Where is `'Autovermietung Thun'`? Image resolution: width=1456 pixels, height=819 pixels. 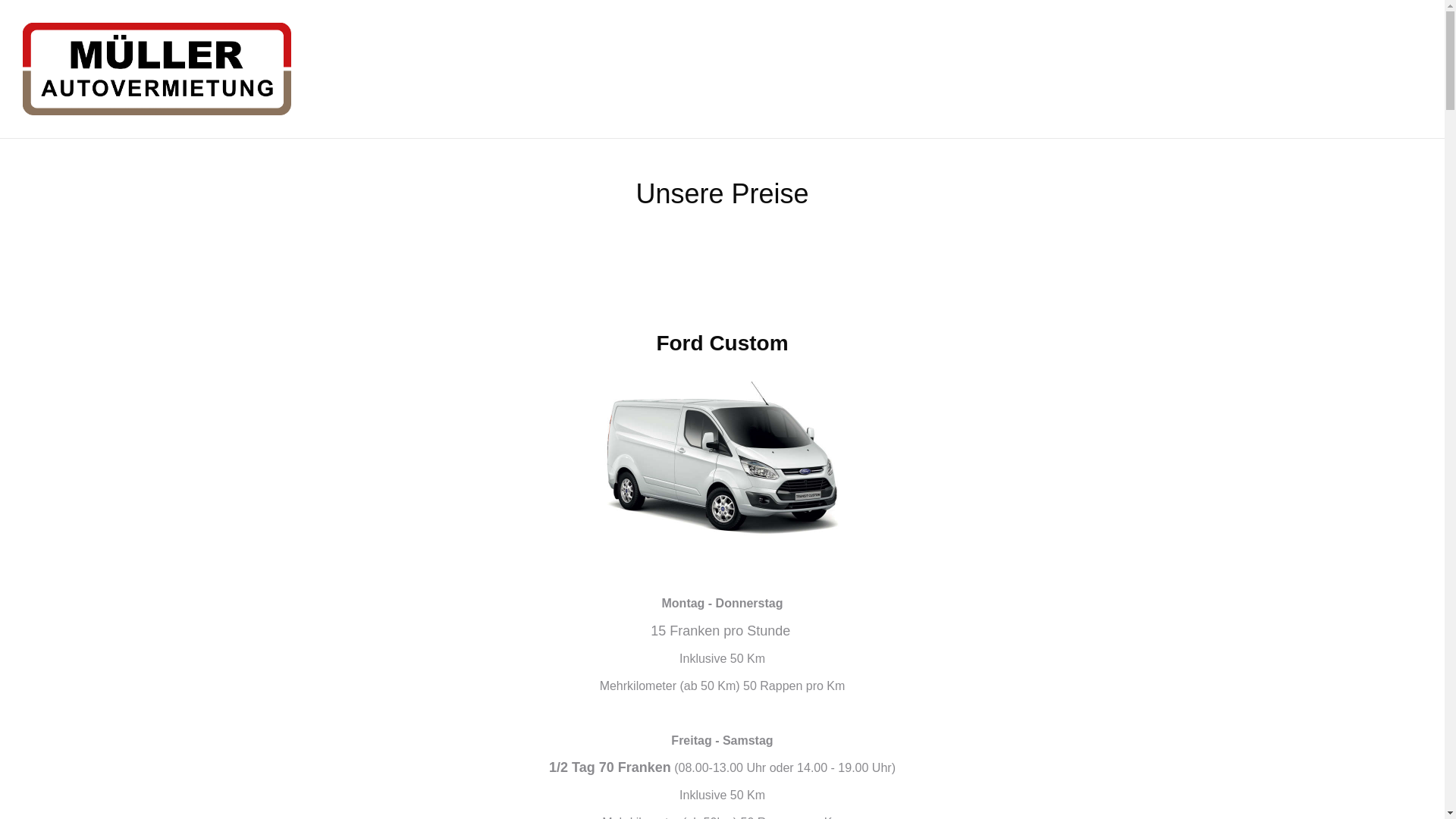
'Autovermietung Thun' is located at coordinates (156, 69).